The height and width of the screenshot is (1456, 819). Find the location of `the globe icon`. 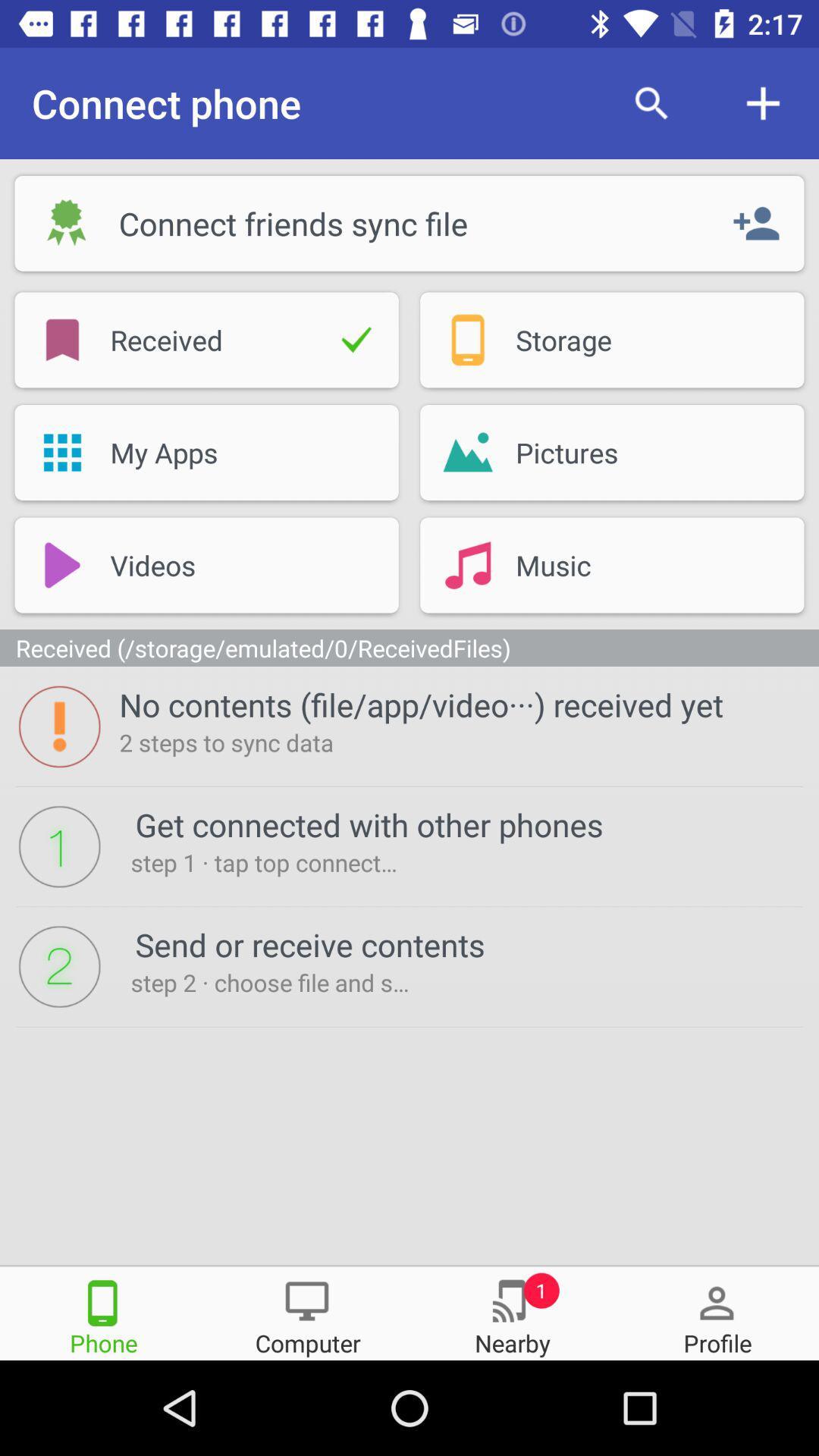

the globe icon is located at coordinates (512, 1312).